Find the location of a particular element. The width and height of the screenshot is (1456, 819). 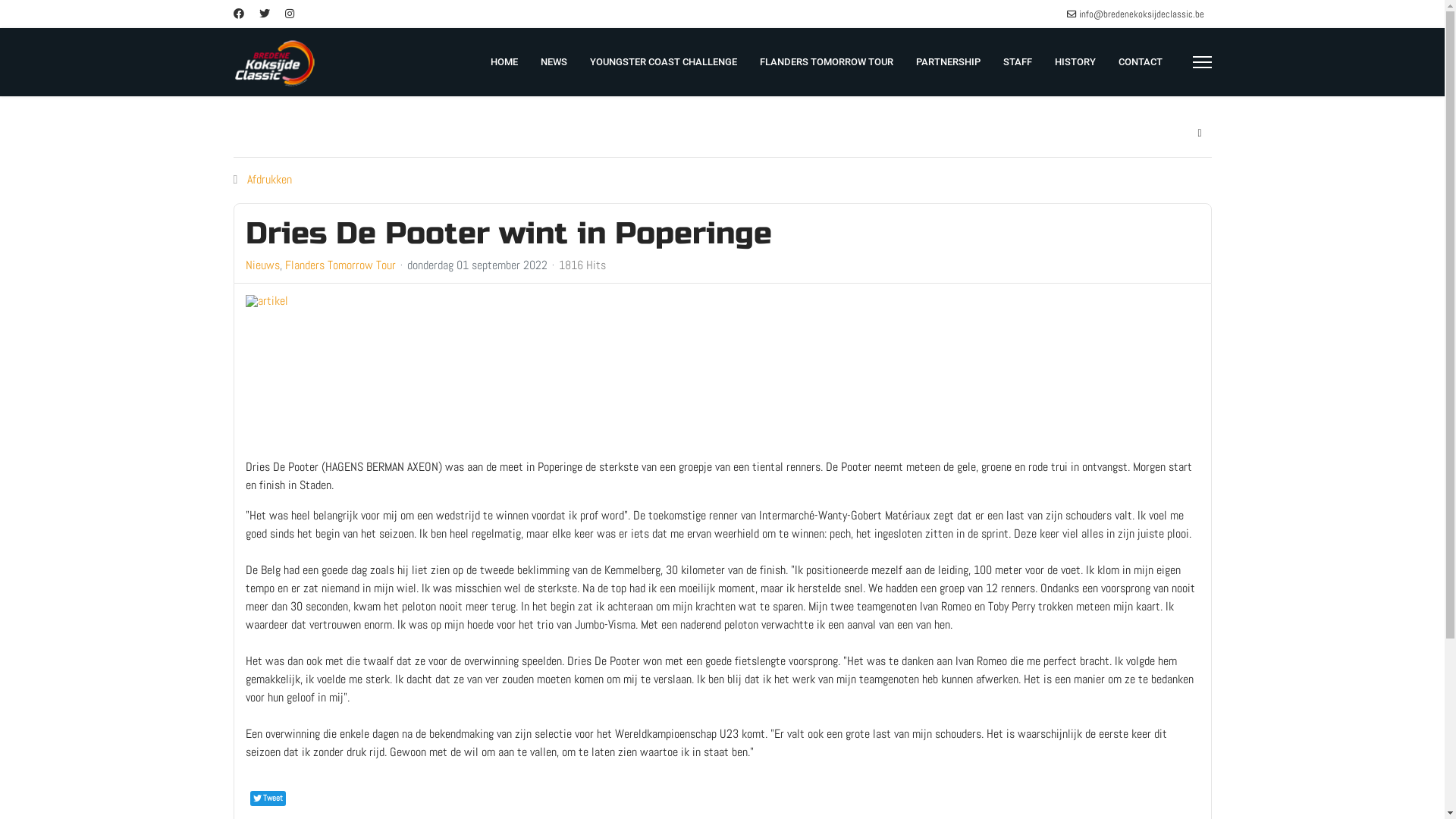

'PARTNERSHIP' is located at coordinates (946, 61).